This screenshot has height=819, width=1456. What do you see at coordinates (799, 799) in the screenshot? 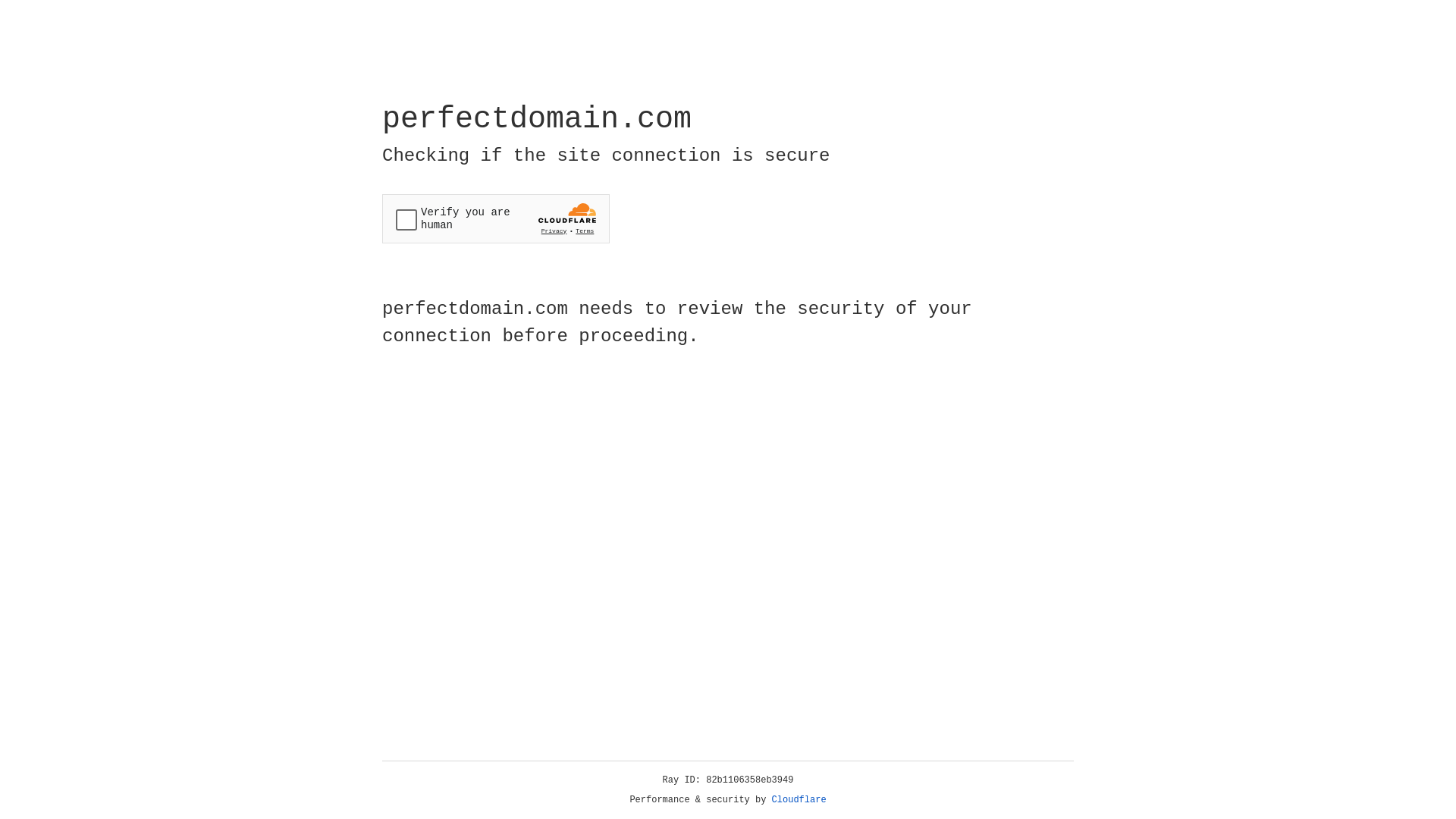
I see `'Cloudflare'` at bounding box center [799, 799].